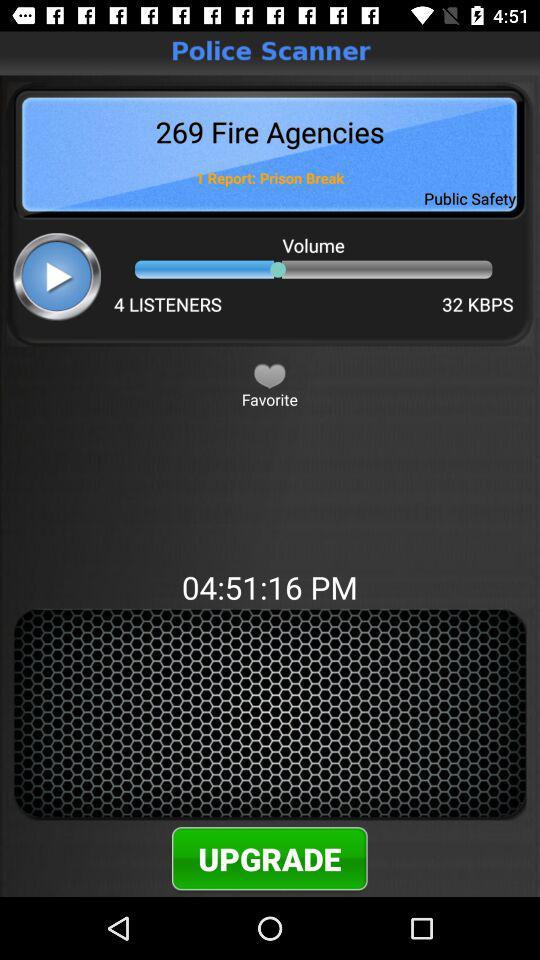  What do you see at coordinates (269, 374) in the screenshot?
I see `button` at bounding box center [269, 374].